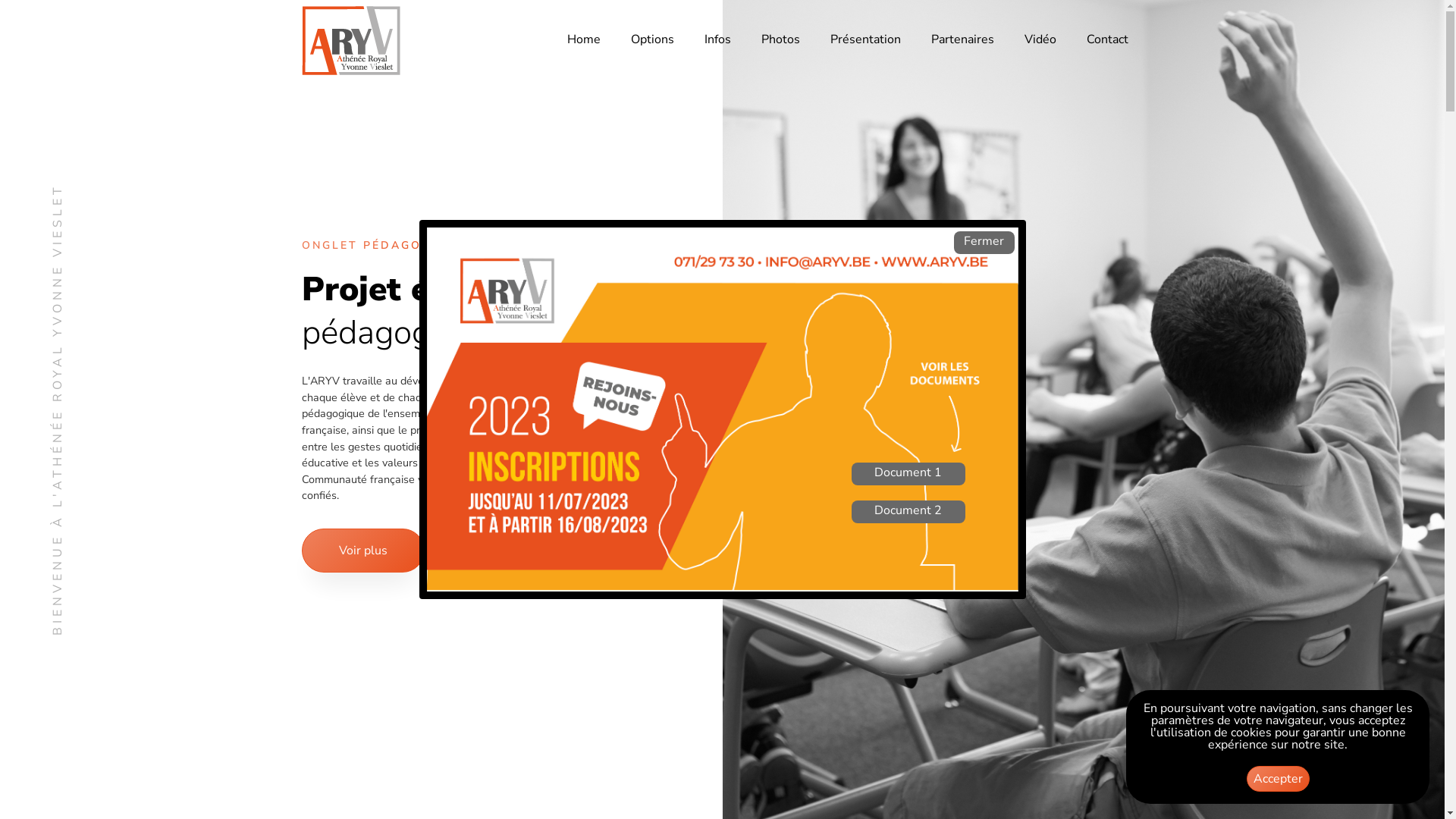  What do you see at coordinates (984, 242) in the screenshot?
I see `'Fermer'` at bounding box center [984, 242].